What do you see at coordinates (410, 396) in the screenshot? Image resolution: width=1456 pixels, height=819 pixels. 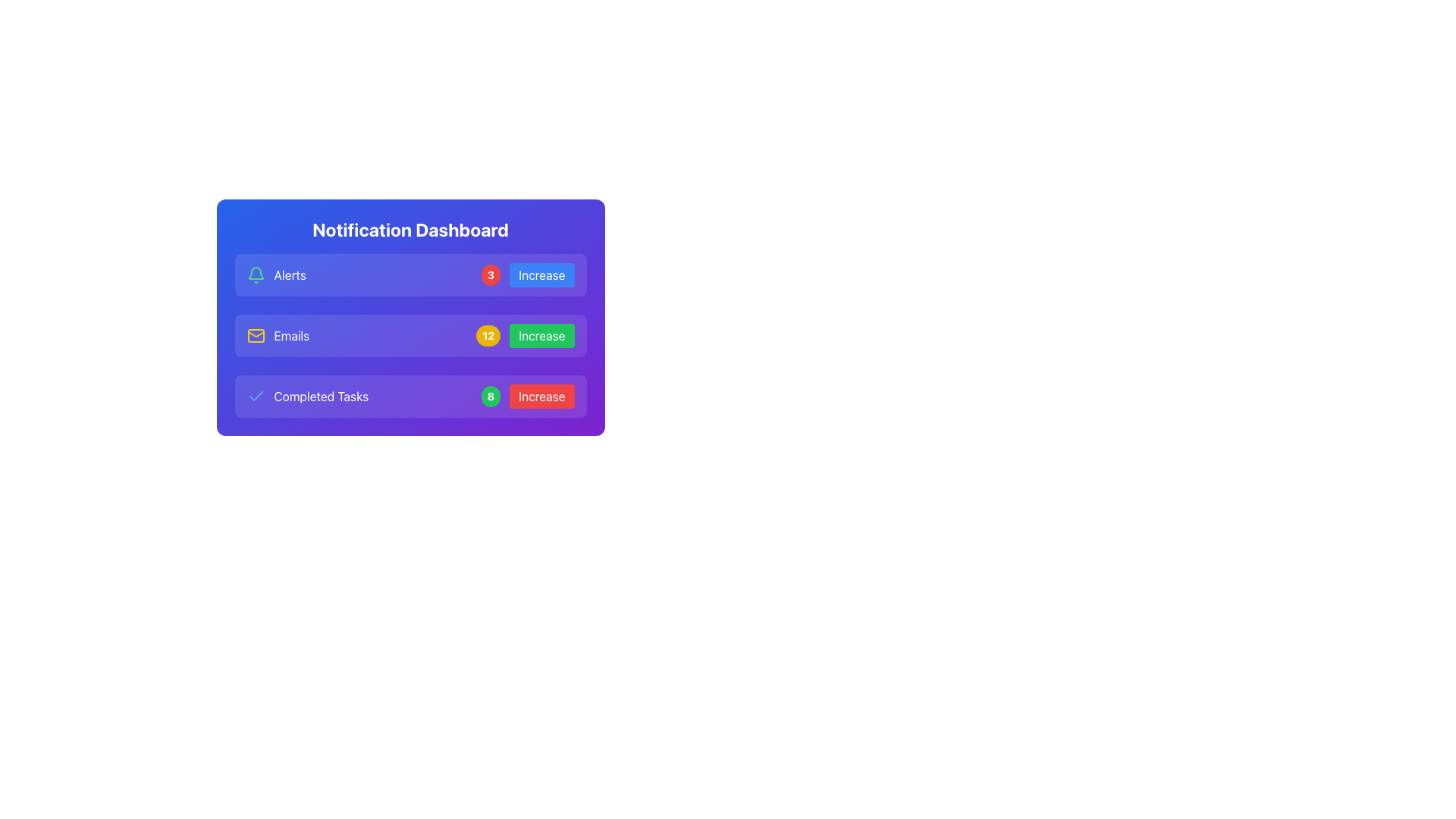 I see `the 'Completed Tasks' card in the Notification Dashboard, which features a checkmark icon, a numerical badge showing '8', and an 'Increase' button styled in red` at bounding box center [410, 396].